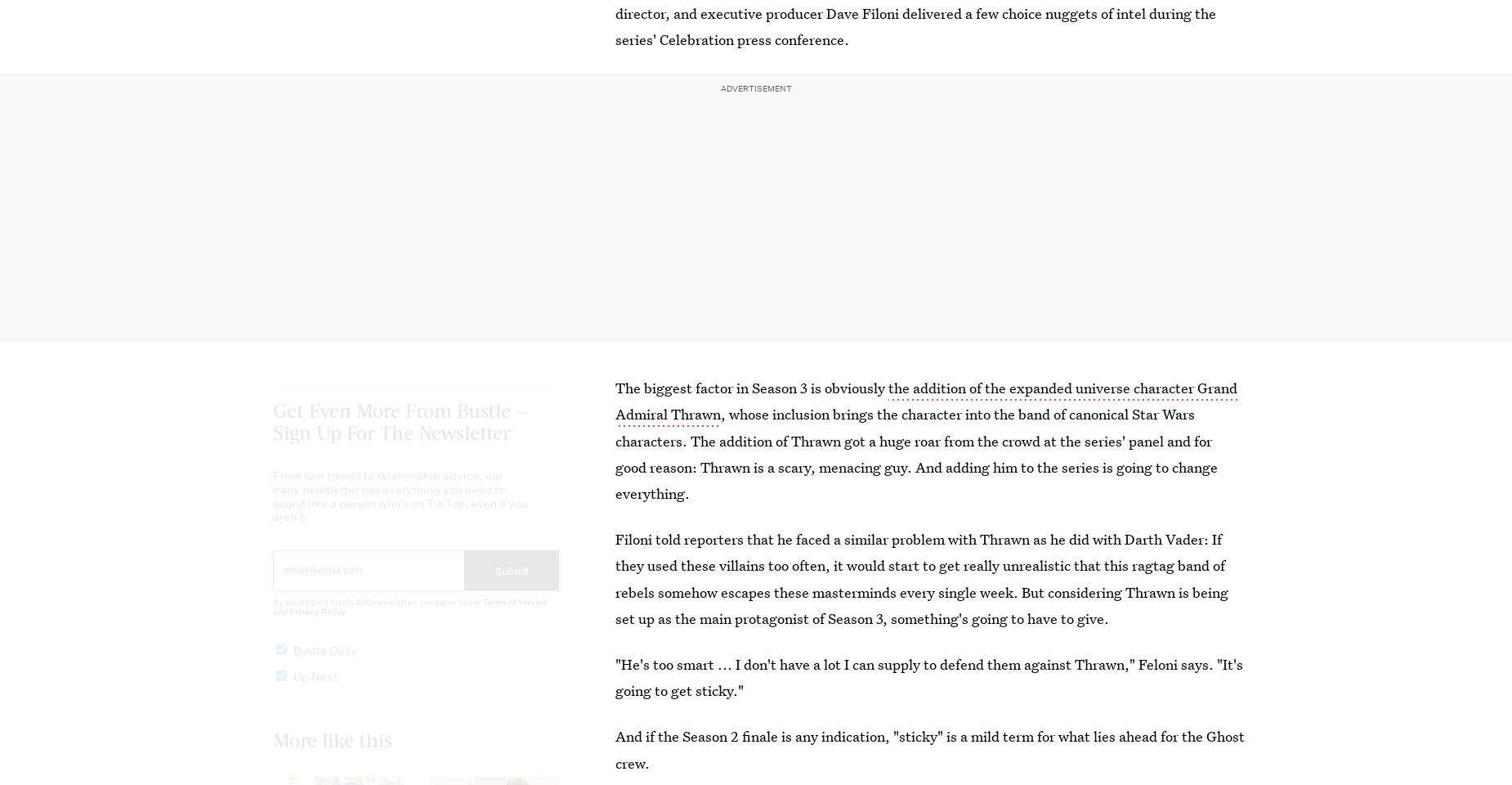  What do you see at coordinates (615, 578) in the screenshot?
I see `'Filoni told reporters that he faced a similar problem with Thrawn as he did with Darth Vader: If they used these villains too often, it would start to get really unrealistic that this ragtag band of rebels somehow escapes these masterminds every single week. But considering Thrawn is being set up as the main protagonist of Season 3, something's going to have to give.'` at bounding box center [615, 578].